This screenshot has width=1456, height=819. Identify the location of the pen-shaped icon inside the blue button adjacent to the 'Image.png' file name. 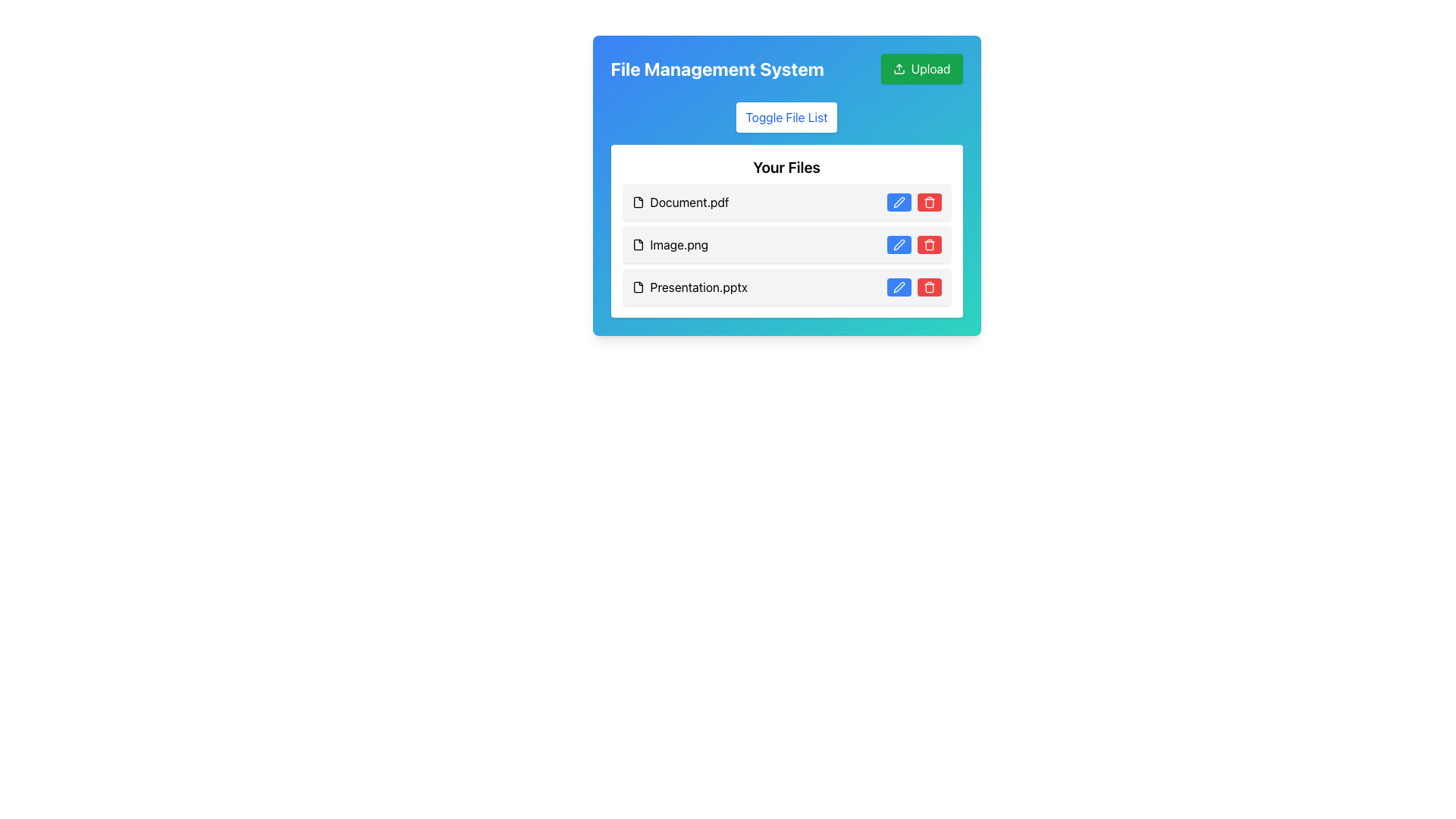
(899, 244).